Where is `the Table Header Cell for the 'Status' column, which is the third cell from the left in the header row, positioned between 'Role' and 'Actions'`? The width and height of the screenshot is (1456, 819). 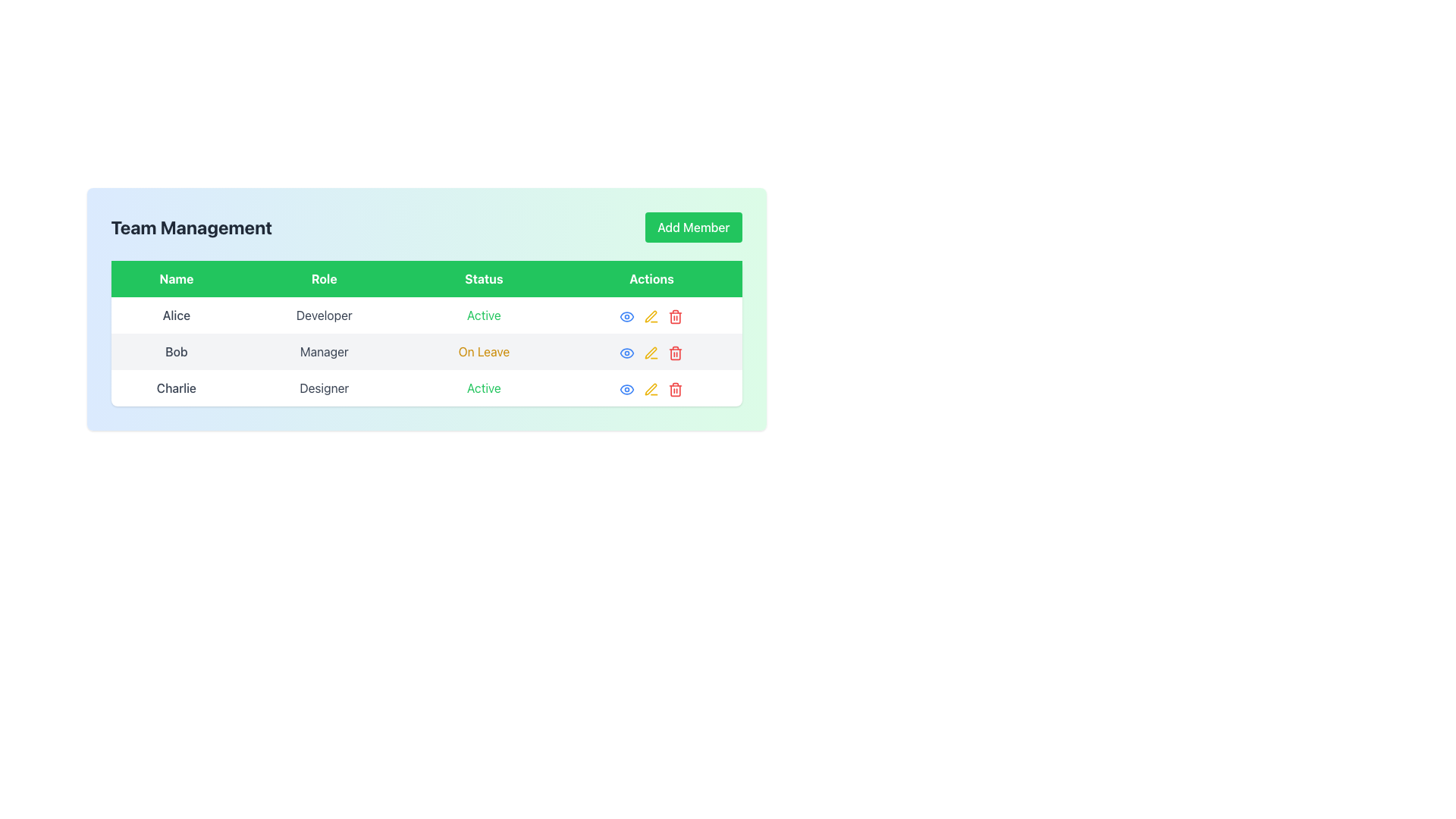
the Table Header Cell for the 'Status' column, which is the third cell from the left in the header row, positioned between 'Role' and 'Actions' is located at coordinates (483, 278).